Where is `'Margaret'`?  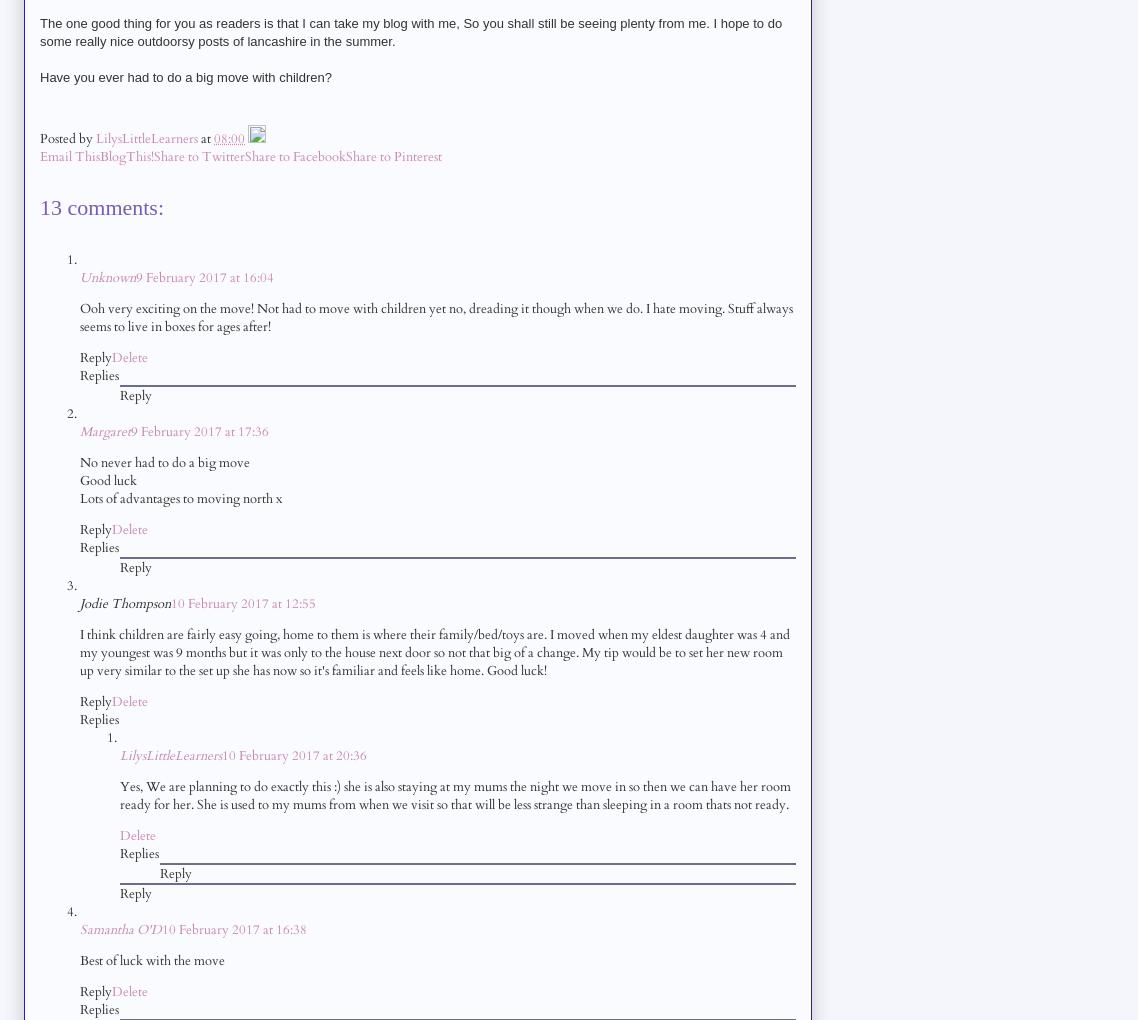 'Margaret' is located at coordinates (104, 429).